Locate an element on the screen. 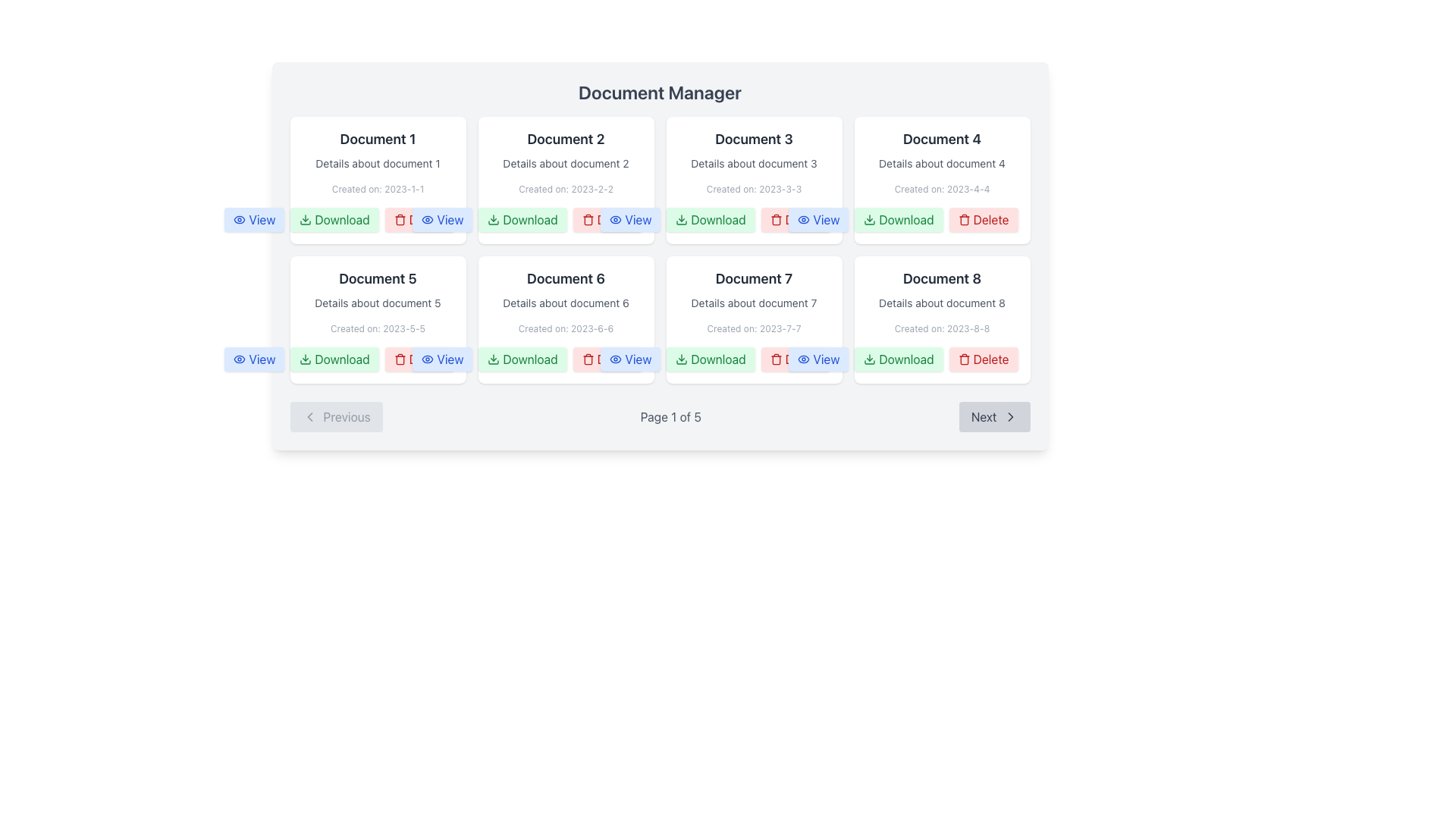 The image size is (1456, 819). the text label 'Document 8' which serves as the title for the document in the Document Manager's grid layout is located at coordinates (941, 278).